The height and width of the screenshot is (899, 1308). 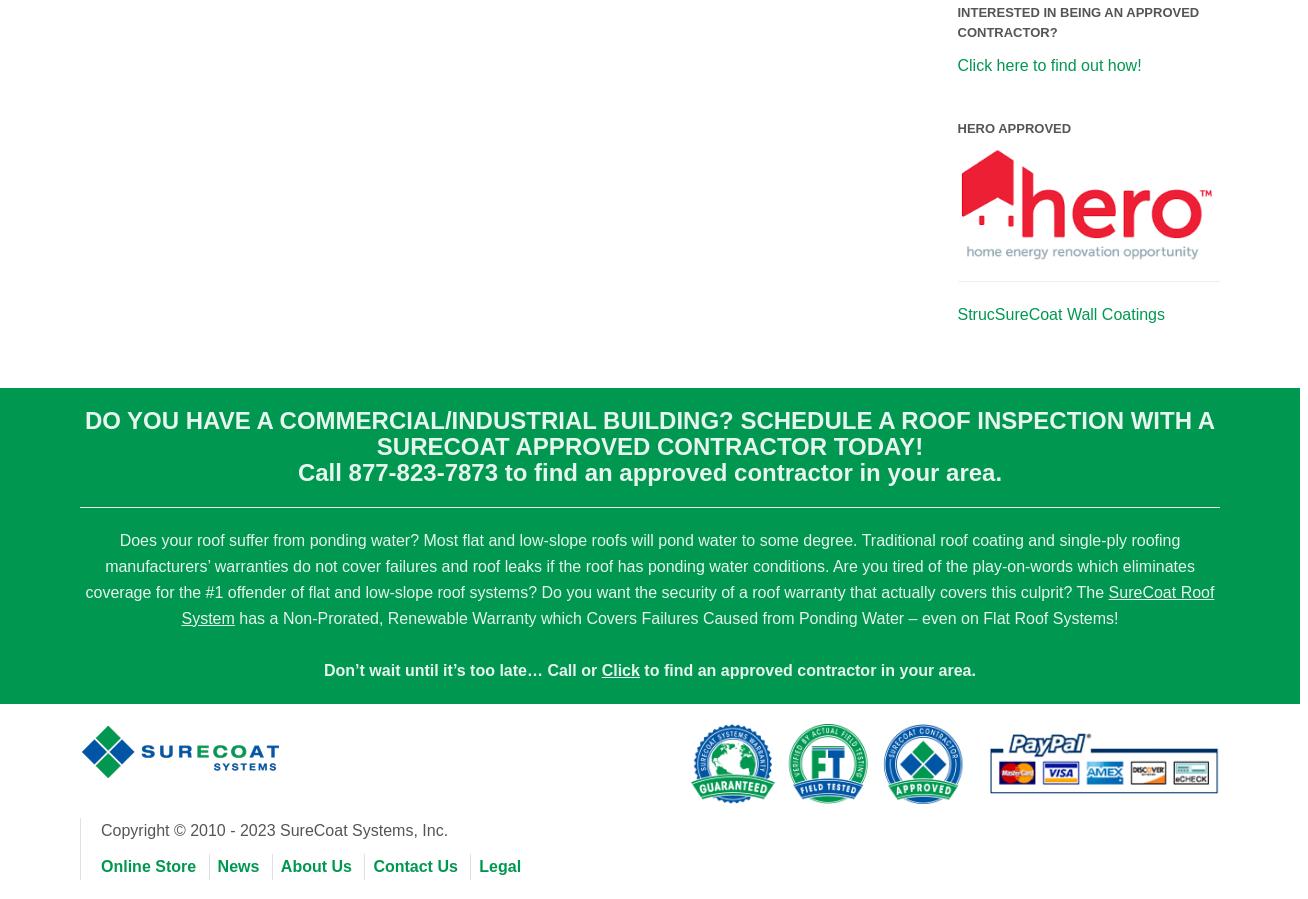 I want to click on 'HERO Approved', so click(x=1013, y=126).